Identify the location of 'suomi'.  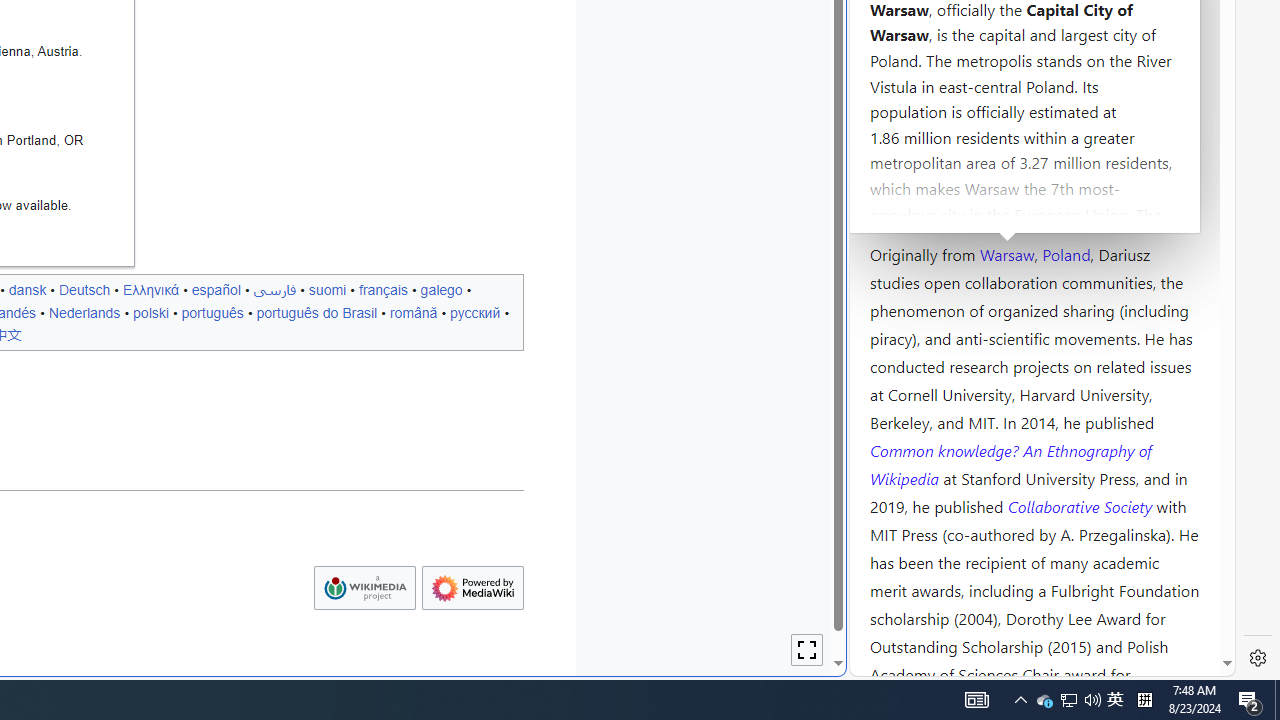
(327, 289).